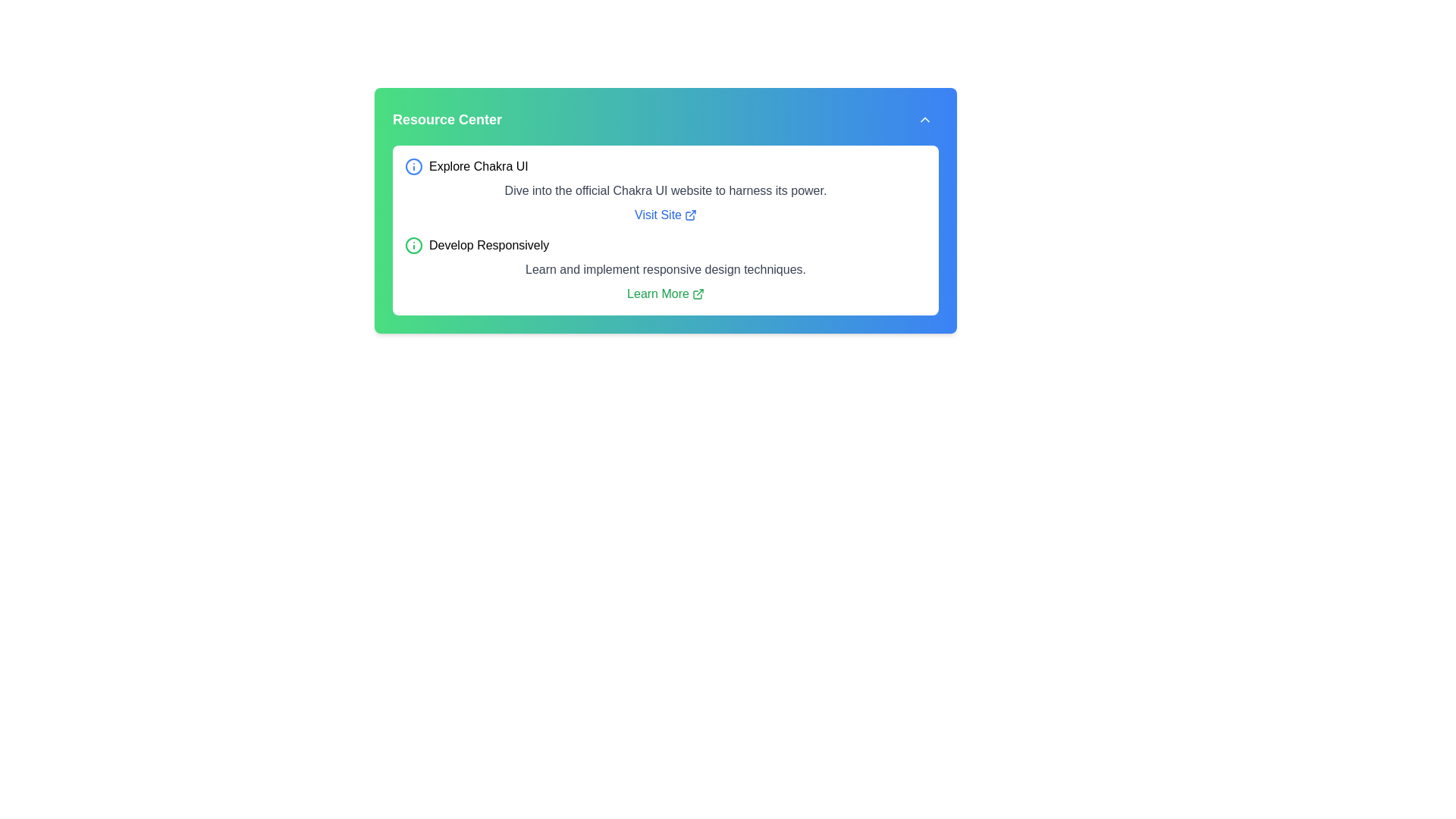 The image size is (1456, 819). I want to click on the text snippet reading 'Learn and implement responsive design techniques.' located under the 'Develop Responsively' heading in the 'Resource Center' section, so click(666, 268).